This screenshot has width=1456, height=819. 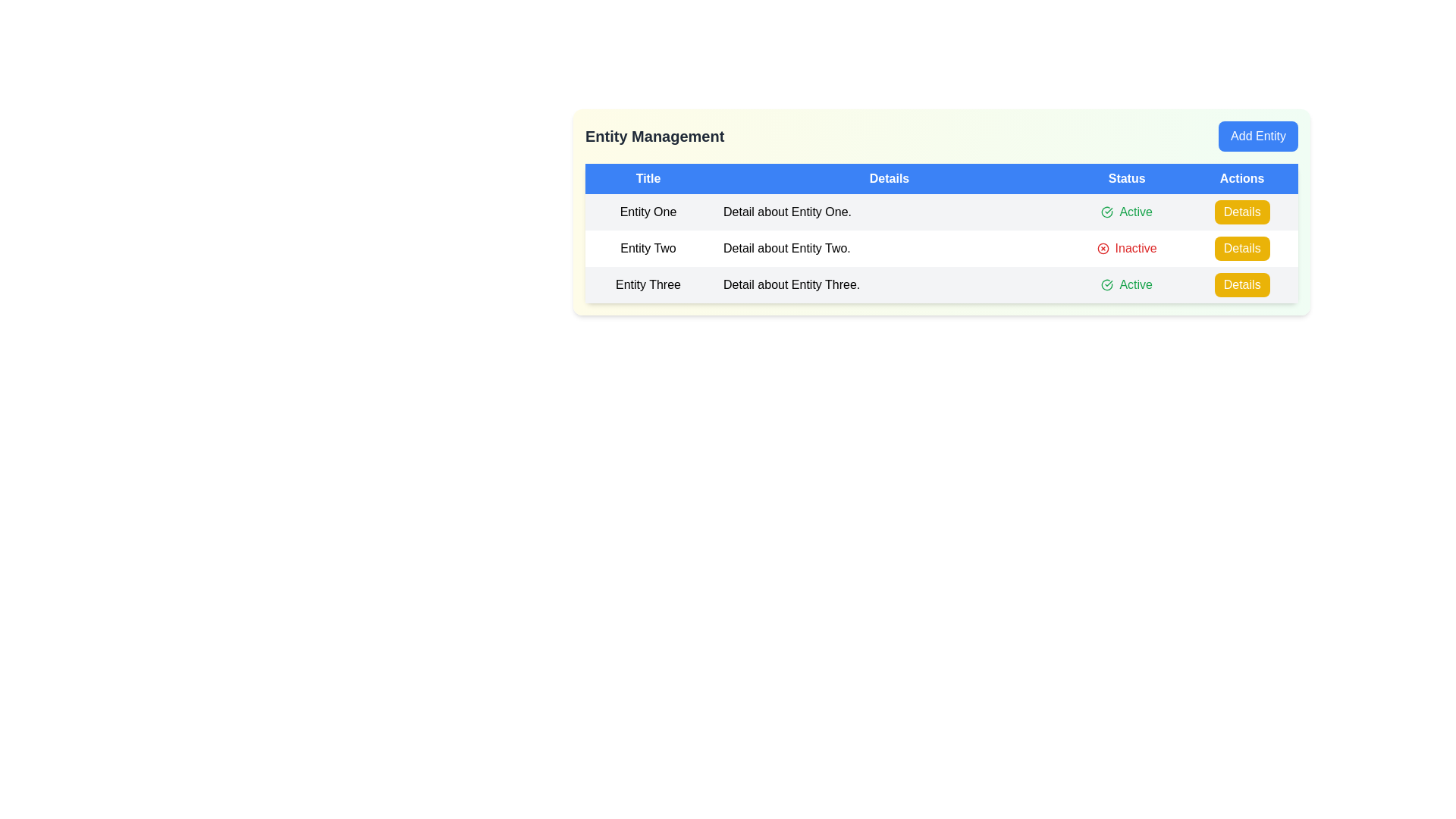 I want to click on text content of the Text label displaying 'Entity Three' which is formatted as a title in the third row of the table under the 'Title' column, so click(x=648, y=284).